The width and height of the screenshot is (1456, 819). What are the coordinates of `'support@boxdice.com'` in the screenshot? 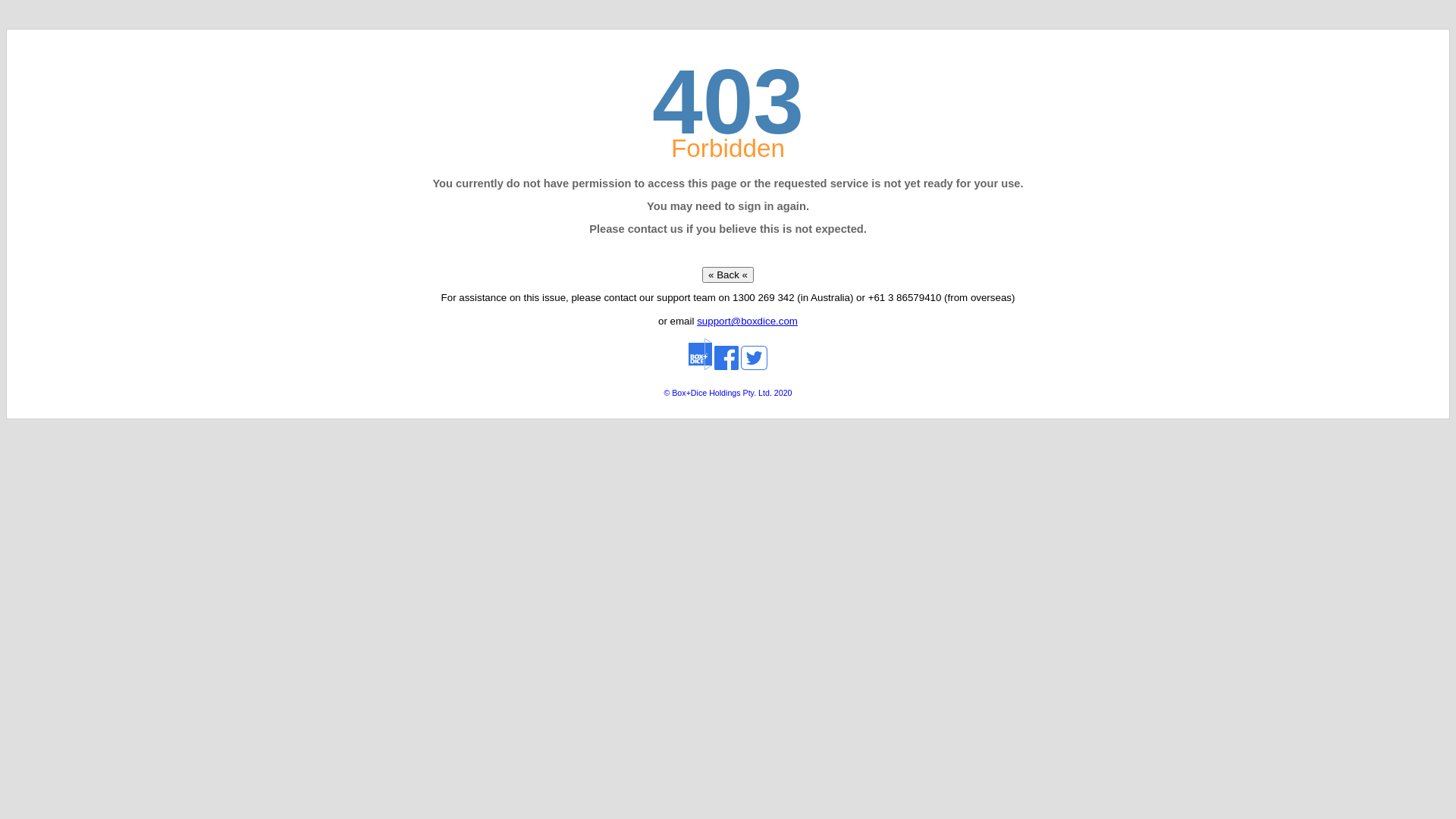 It's located at (695, 320).